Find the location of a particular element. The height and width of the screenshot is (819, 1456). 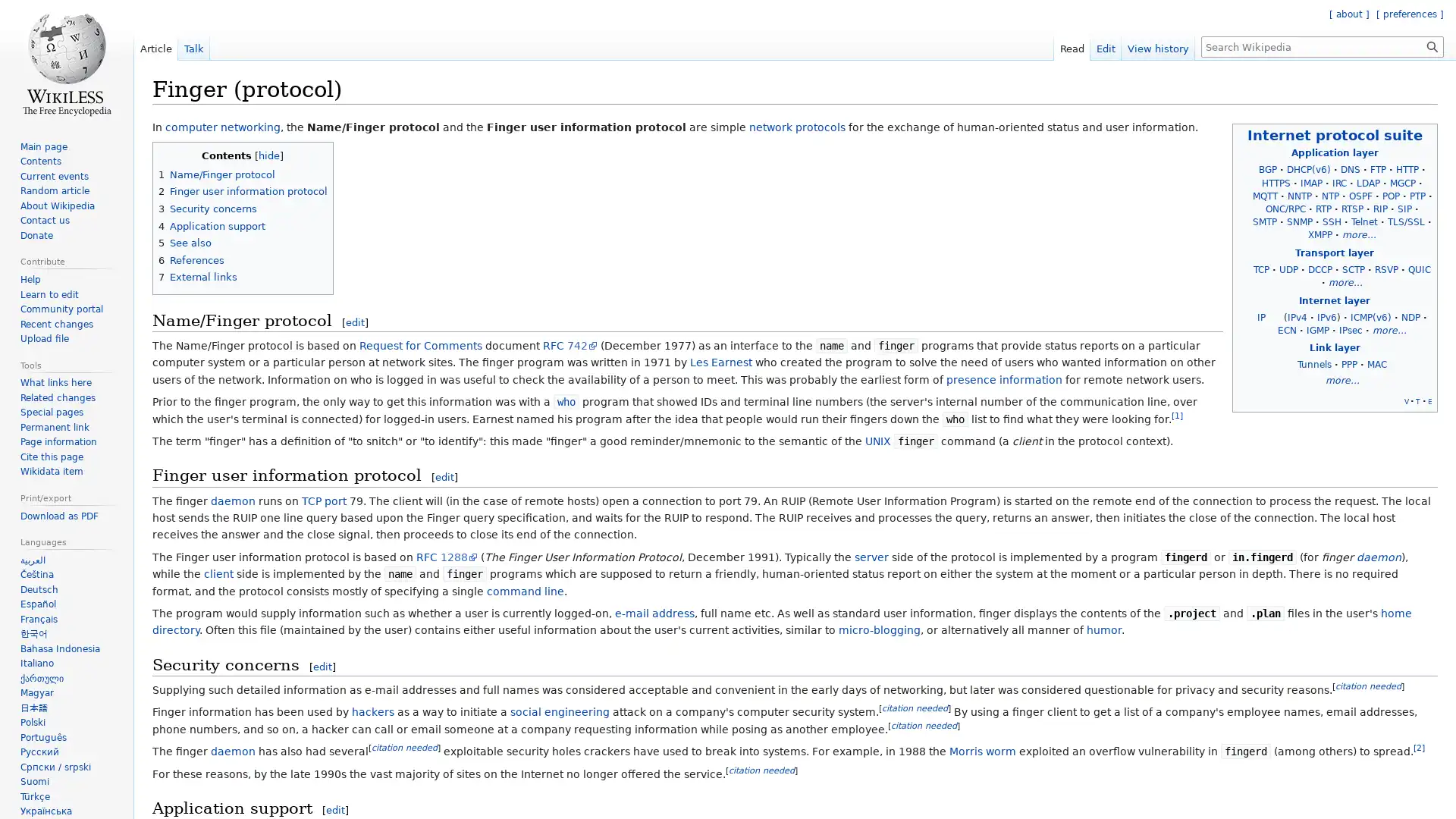

Go is located at coordinates (1432, 45).